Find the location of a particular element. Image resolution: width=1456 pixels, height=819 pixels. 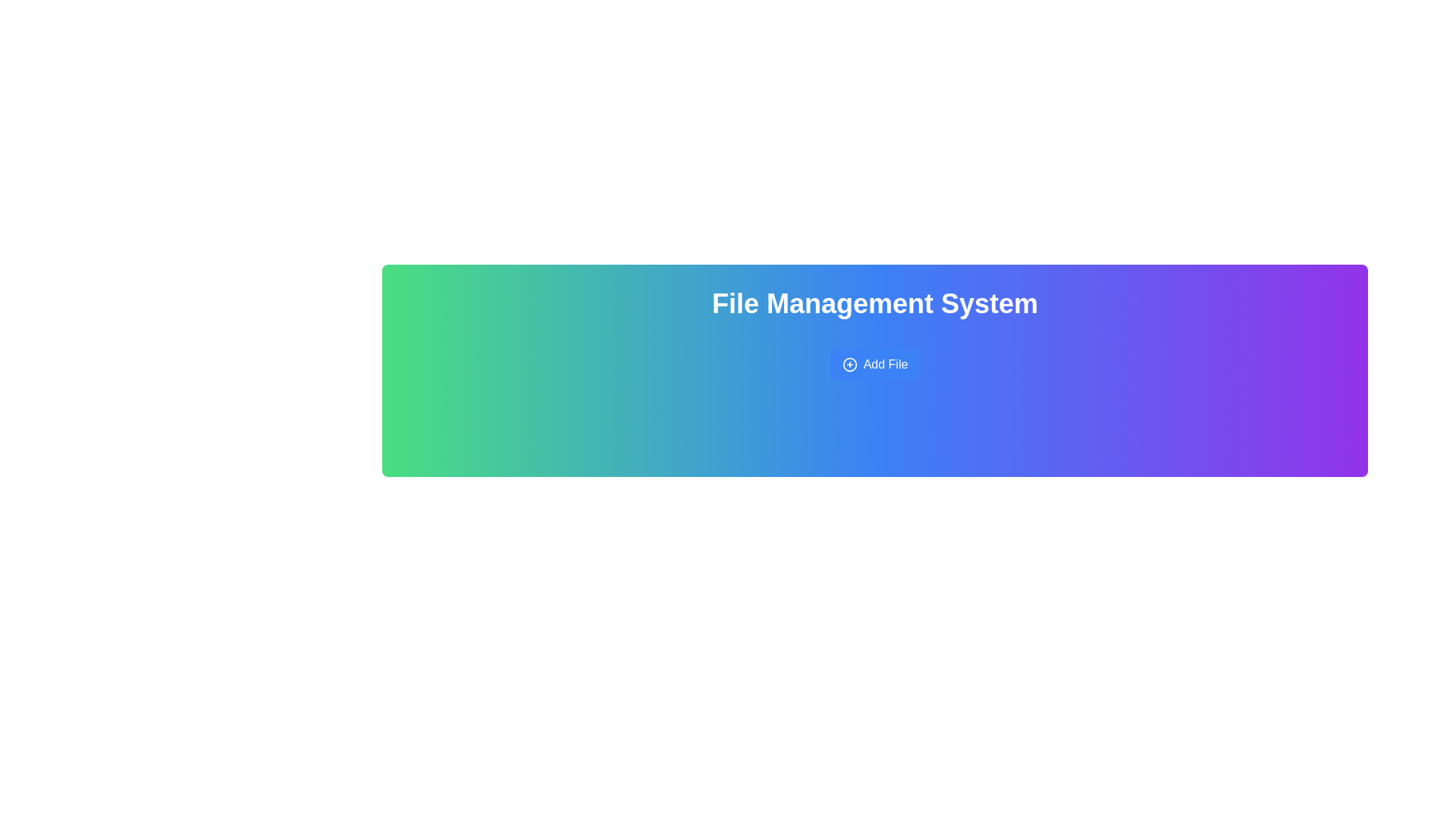

the add file icon located to the left of the 'Add File' text in the button is located at coordinates (849, 365).